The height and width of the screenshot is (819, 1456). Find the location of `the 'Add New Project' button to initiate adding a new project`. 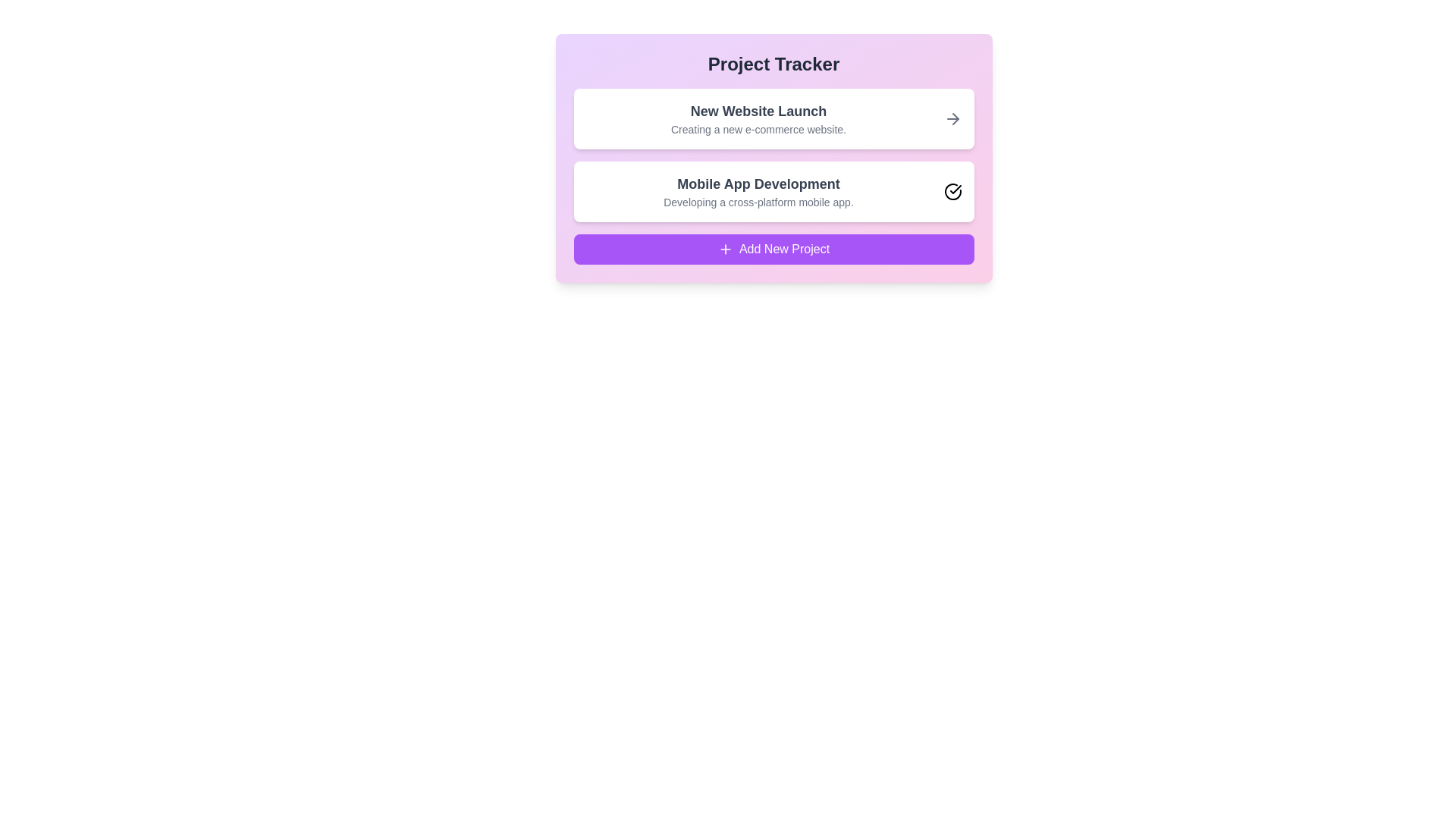

the 'Add New Project' button to initiate adding a new project is located at coordinates (773, 248).